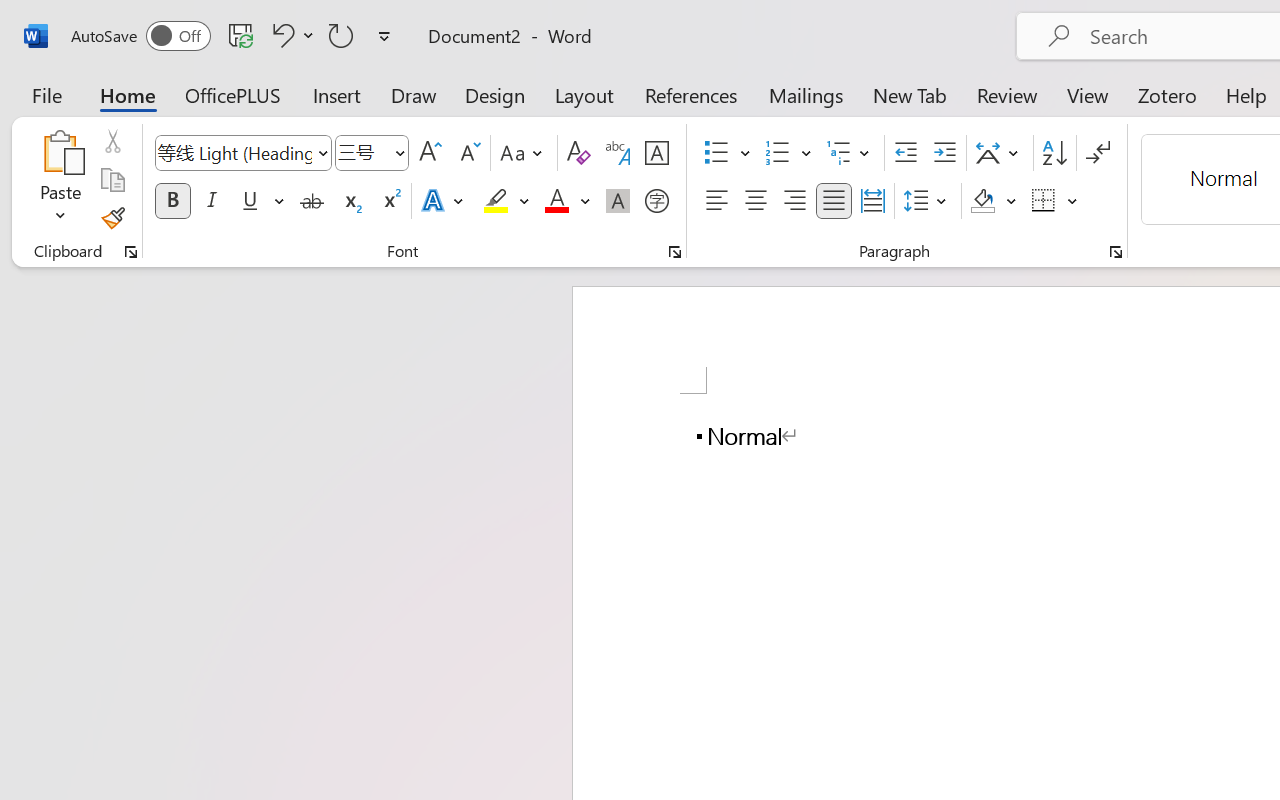  I want to click on 'Underline', so click(260, 201).